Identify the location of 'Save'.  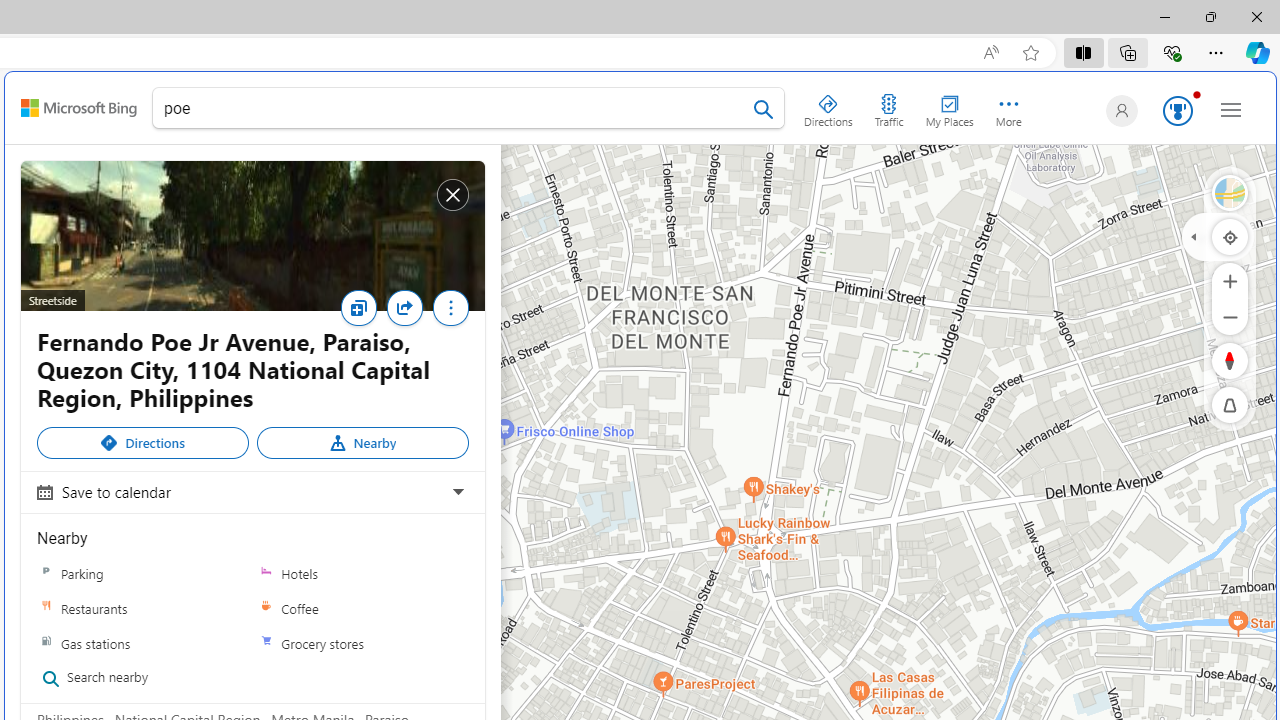
(359, 308).